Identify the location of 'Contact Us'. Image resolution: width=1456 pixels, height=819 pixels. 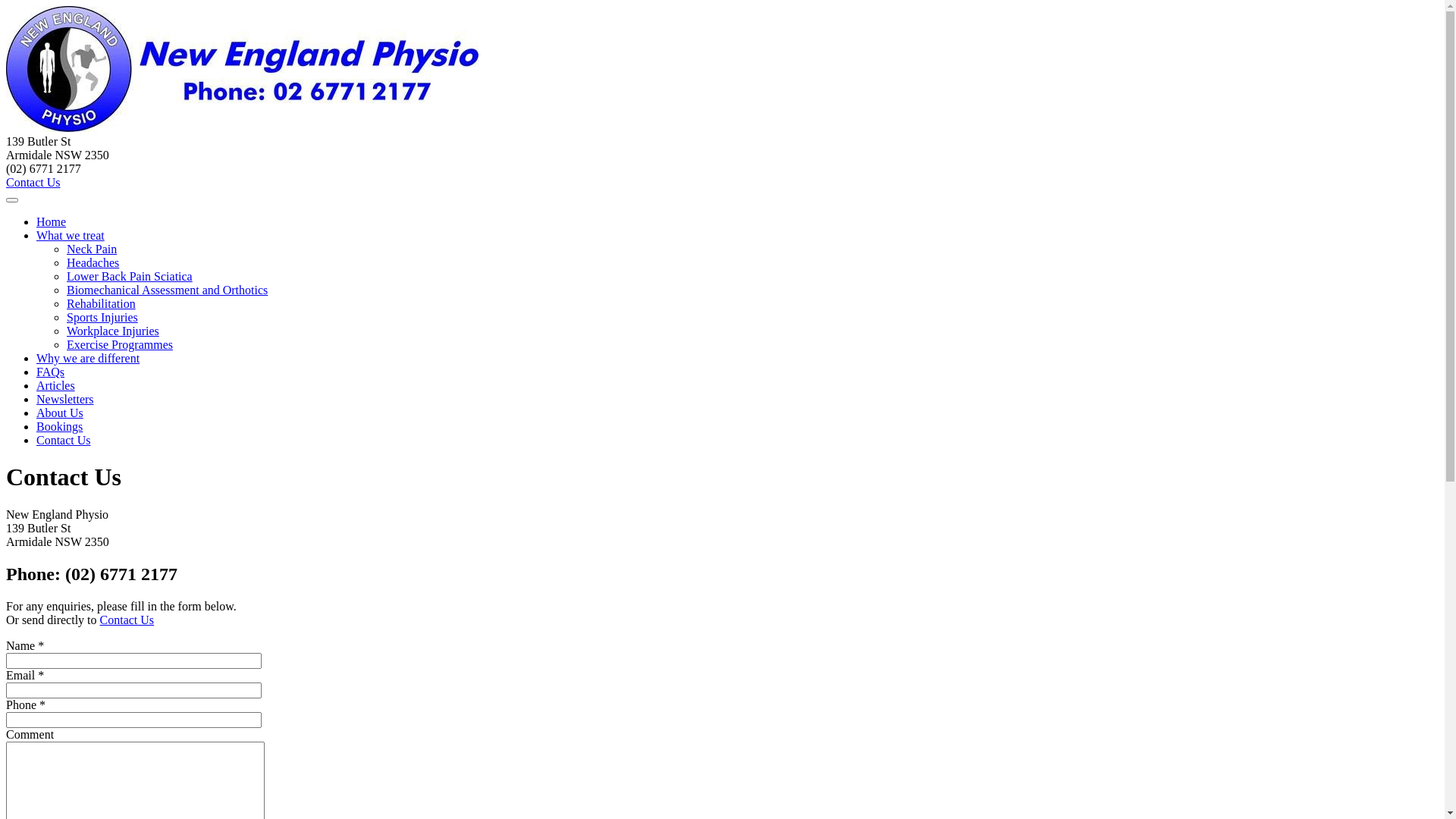
(6, 181).